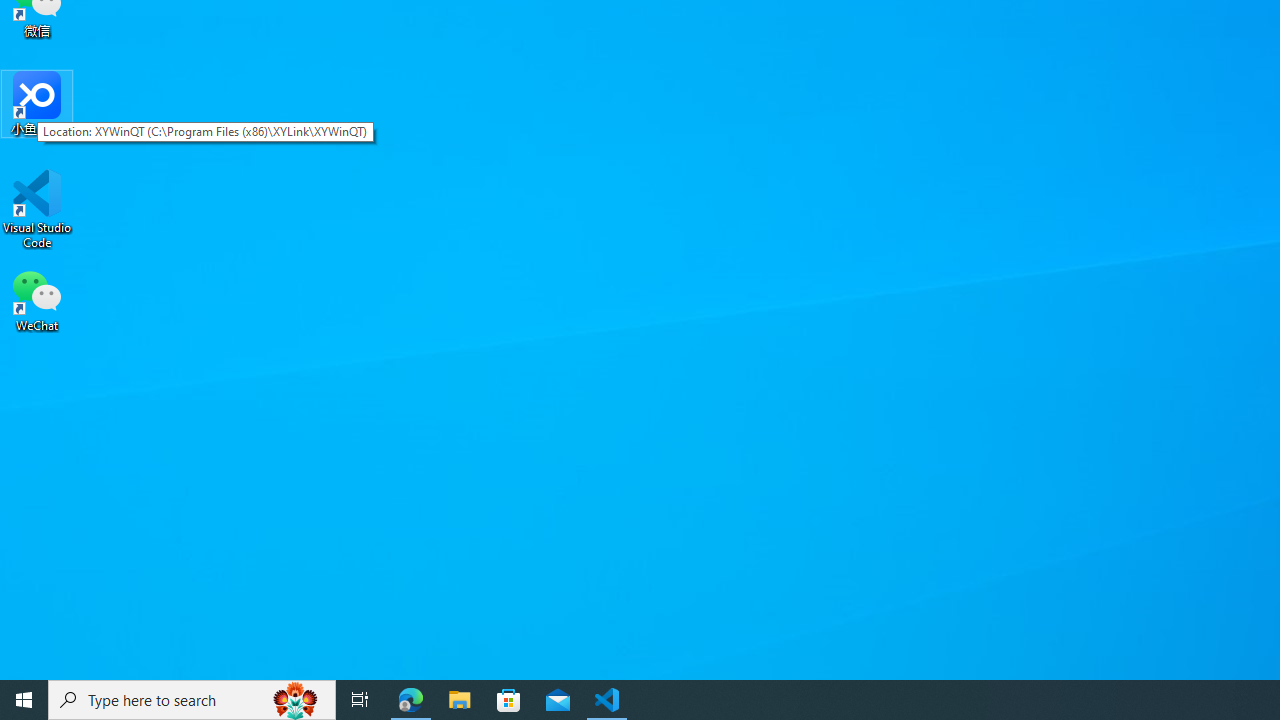 This screenshot has width=1280, height=720. What do you see at coordinates (459, 698) in the screenshot?
I see `'File Explorer'` at bounding box center [459, 698].